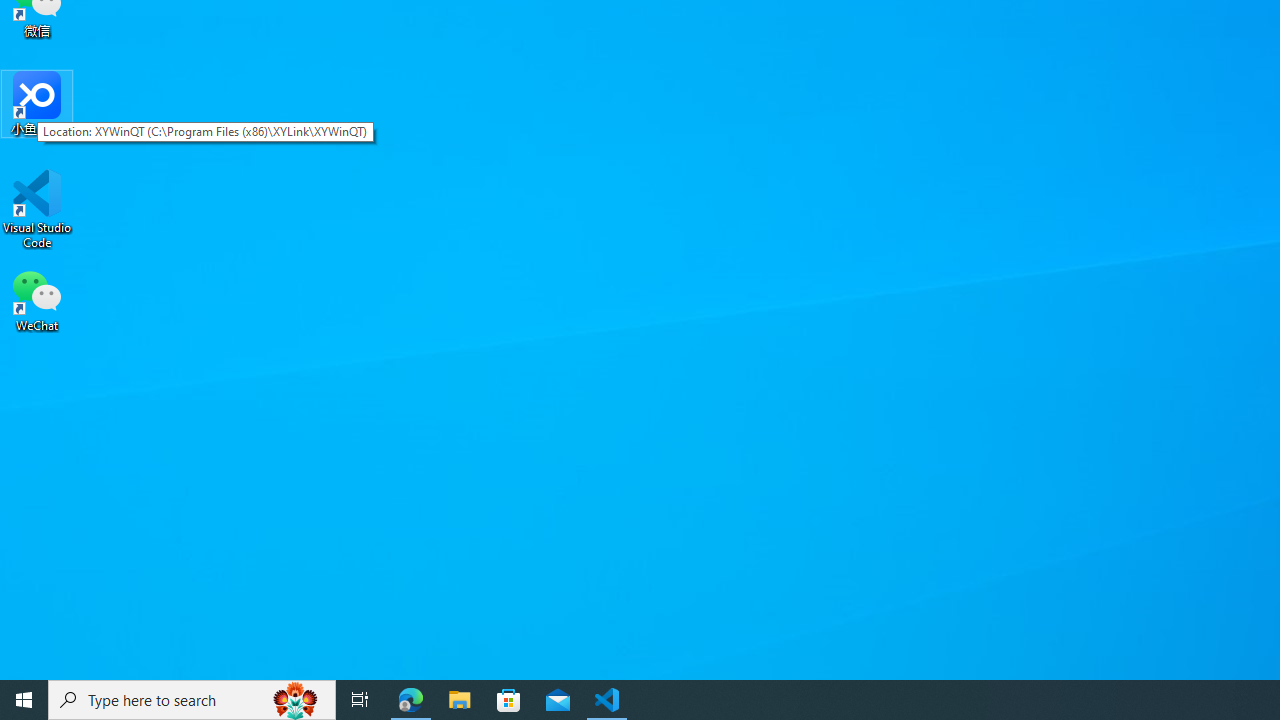 This screenshot has width=1280, height=720. What do you see at coordinates (459, 698) in the screenshot?
I see `'File Explorer'` at bounding box center [459, 698].